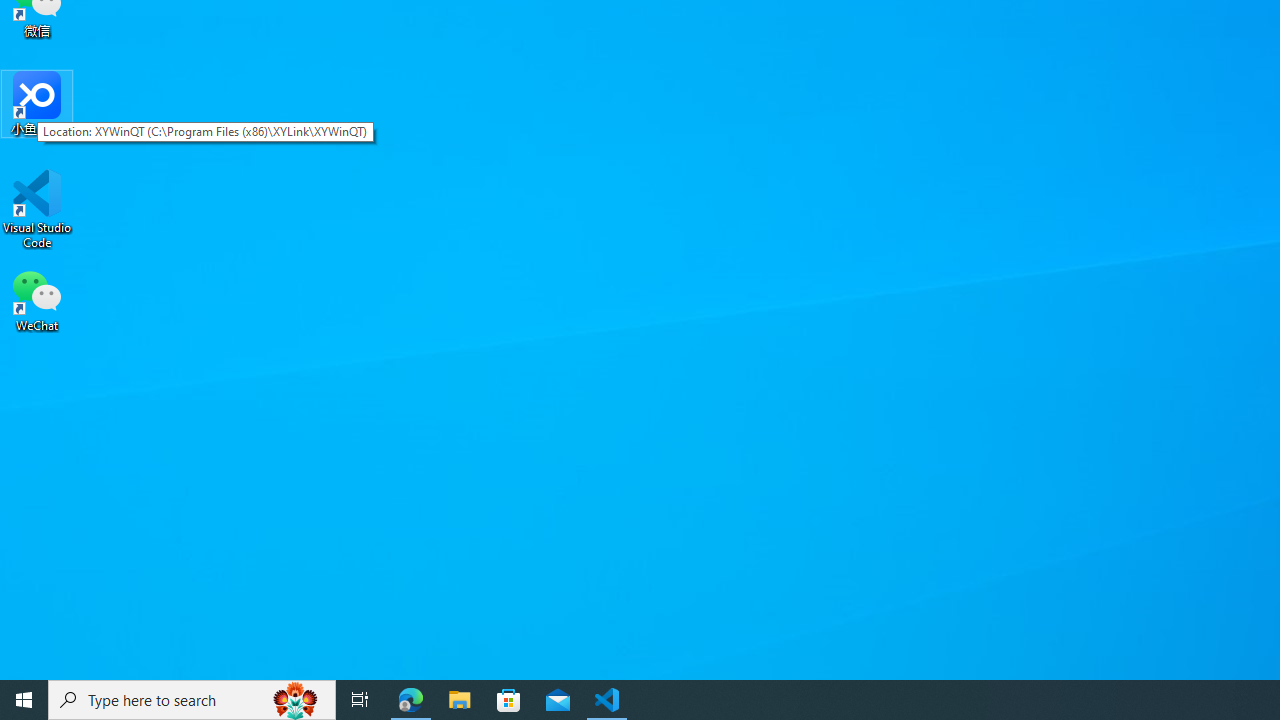 This screenshot has width=1280, height=720. What do you see at coordinates (459, 698) in the screenshot?
I see `'File Explorer'` at bounding box center [459, 698].